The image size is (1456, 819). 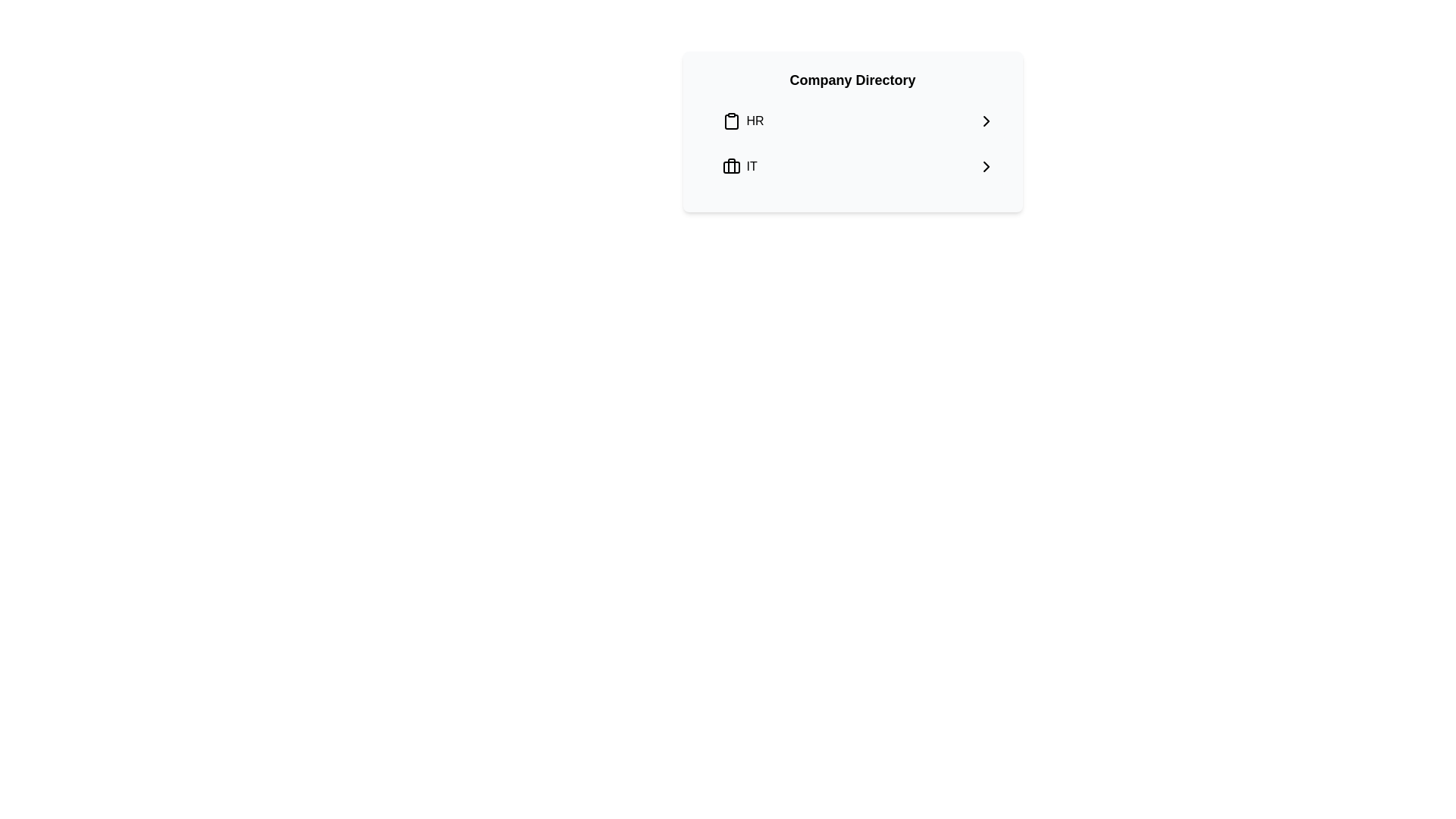 I want to click on the decorative rectangle component inside the briefcase icon representing the IT department, located to the left of the 'IT' label in the Company Directory, so click(x=731, y=167).